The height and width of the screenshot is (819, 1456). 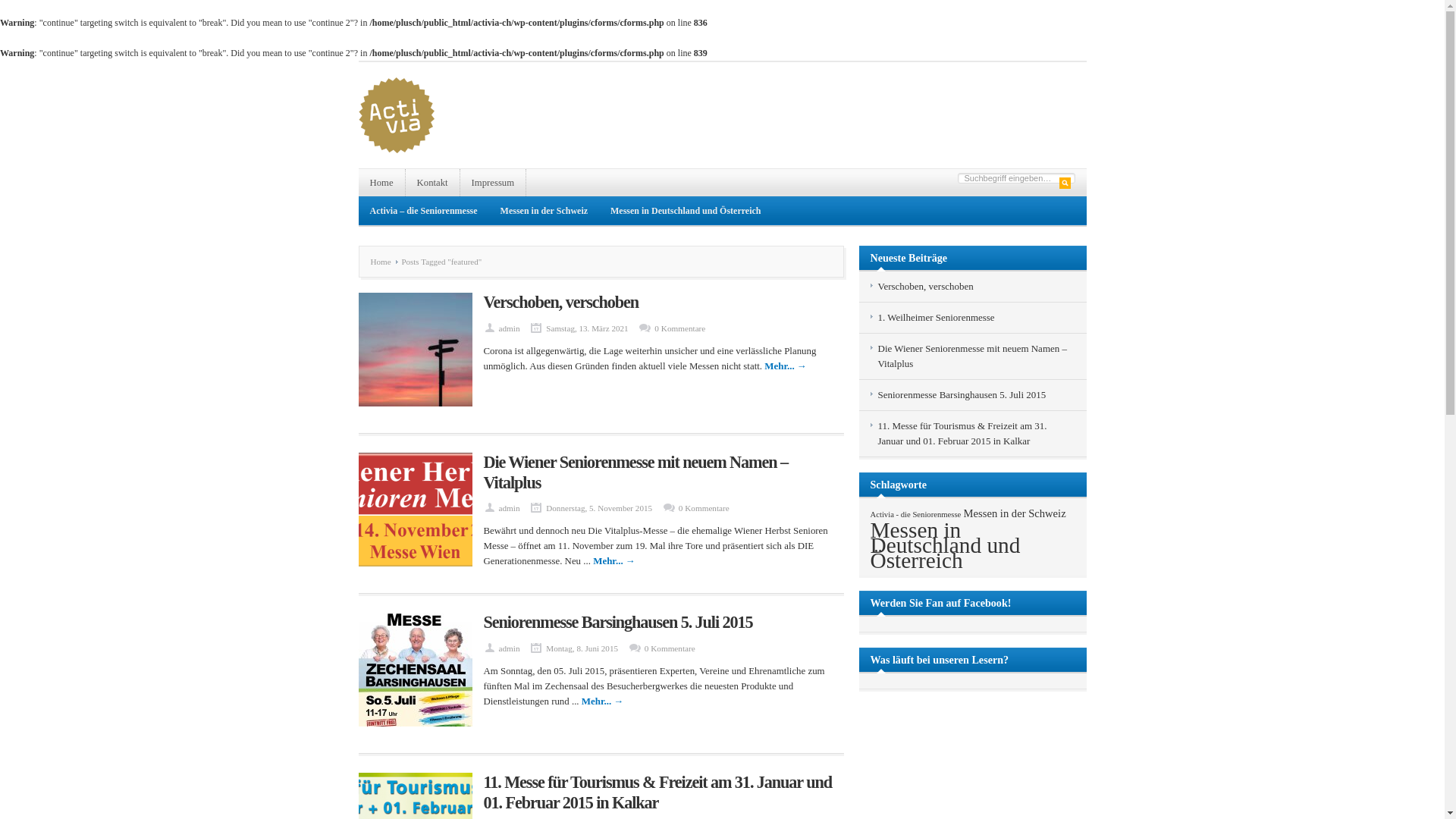 I want to click on 'Messen in der Schweiz', so click(x=1015, y=513).